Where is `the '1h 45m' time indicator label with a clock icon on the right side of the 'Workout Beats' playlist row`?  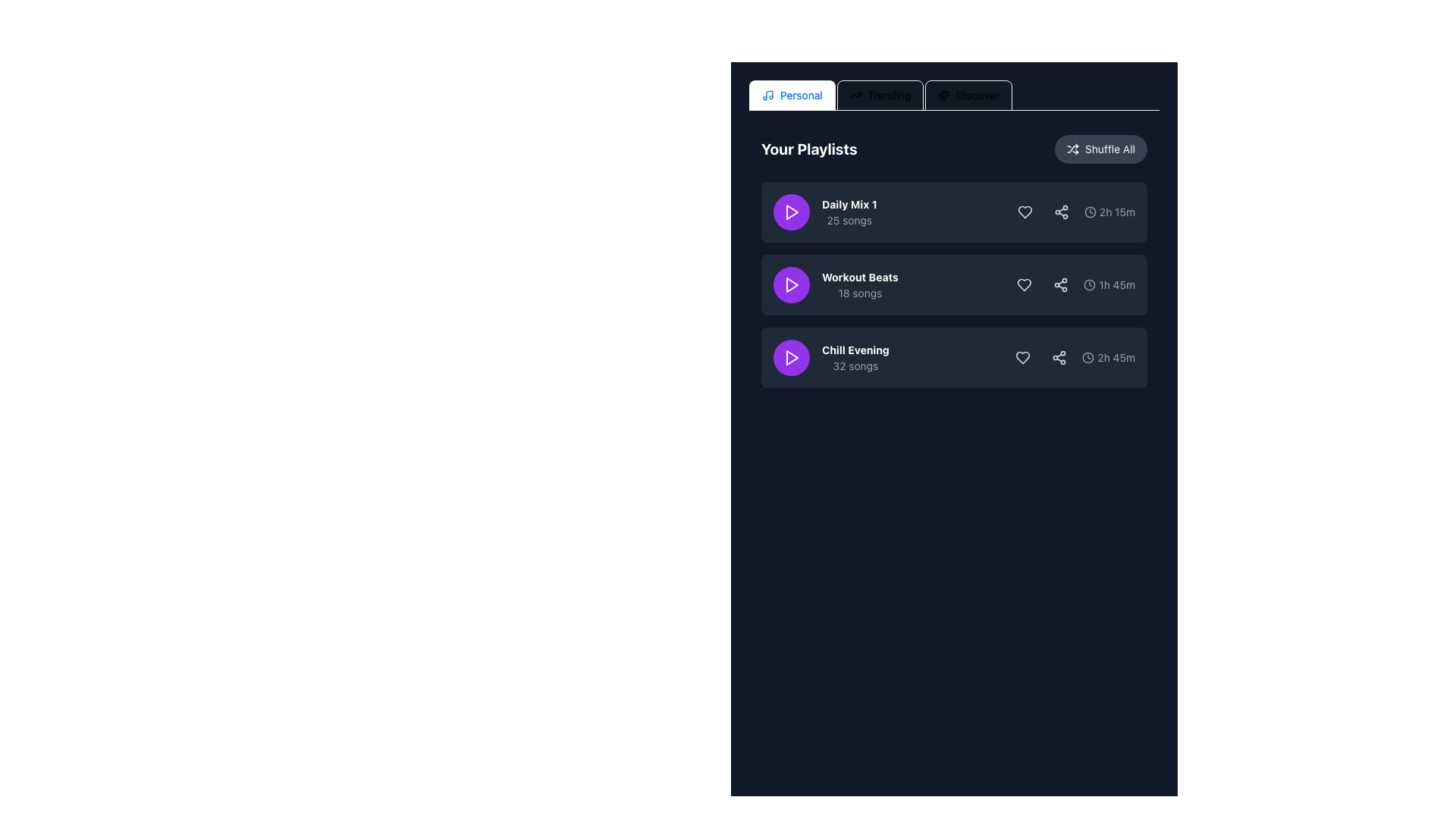
the '1h 45m' time indicator label with a clock icon on the right side of the 'Workout Beats' playlist row is located at coordinates (1109, 284).